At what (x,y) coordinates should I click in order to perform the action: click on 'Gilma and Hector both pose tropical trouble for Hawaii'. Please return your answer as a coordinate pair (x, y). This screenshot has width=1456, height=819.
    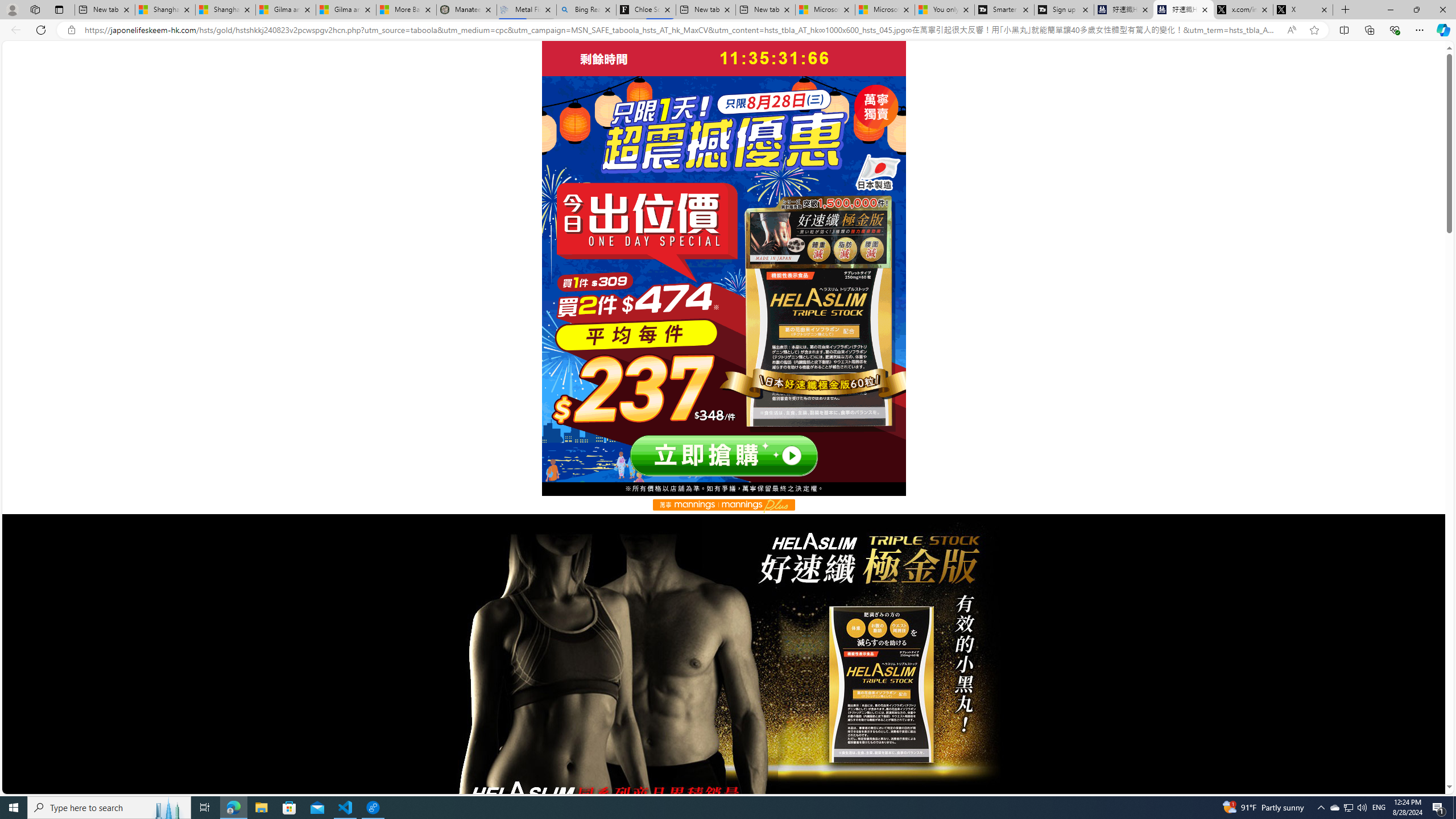
    Looking at the image, I should click on (346, 9).